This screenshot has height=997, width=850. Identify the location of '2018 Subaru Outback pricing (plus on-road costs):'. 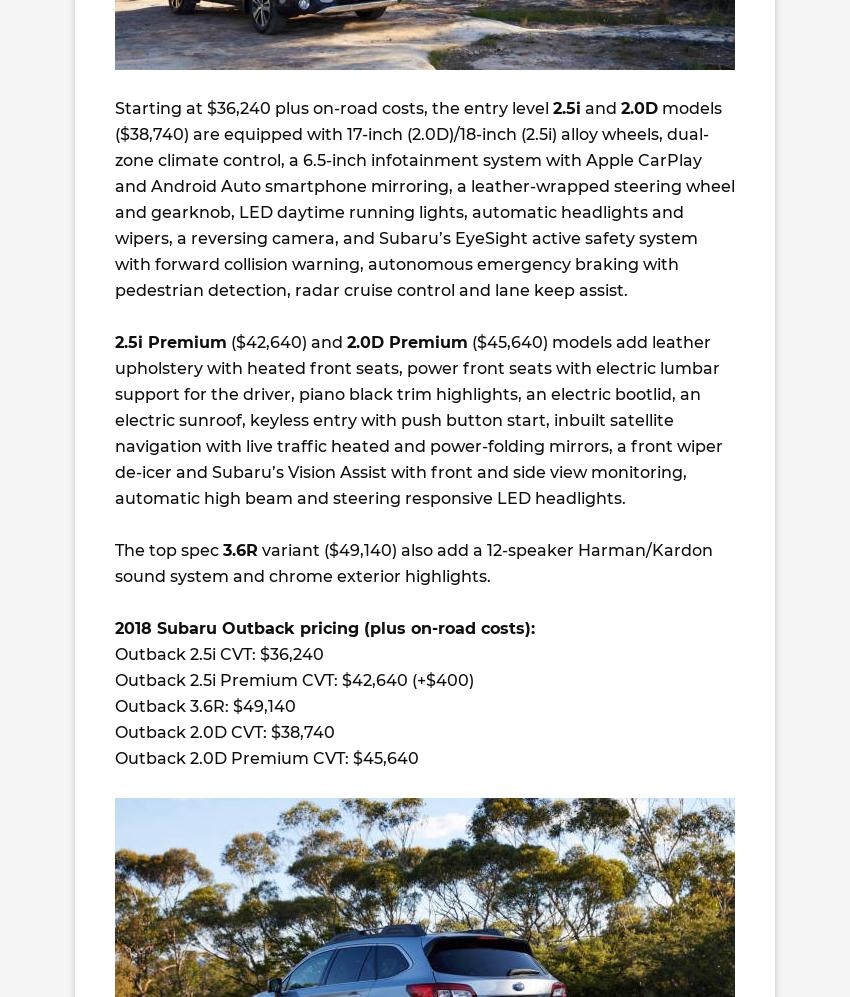
(325, 627).